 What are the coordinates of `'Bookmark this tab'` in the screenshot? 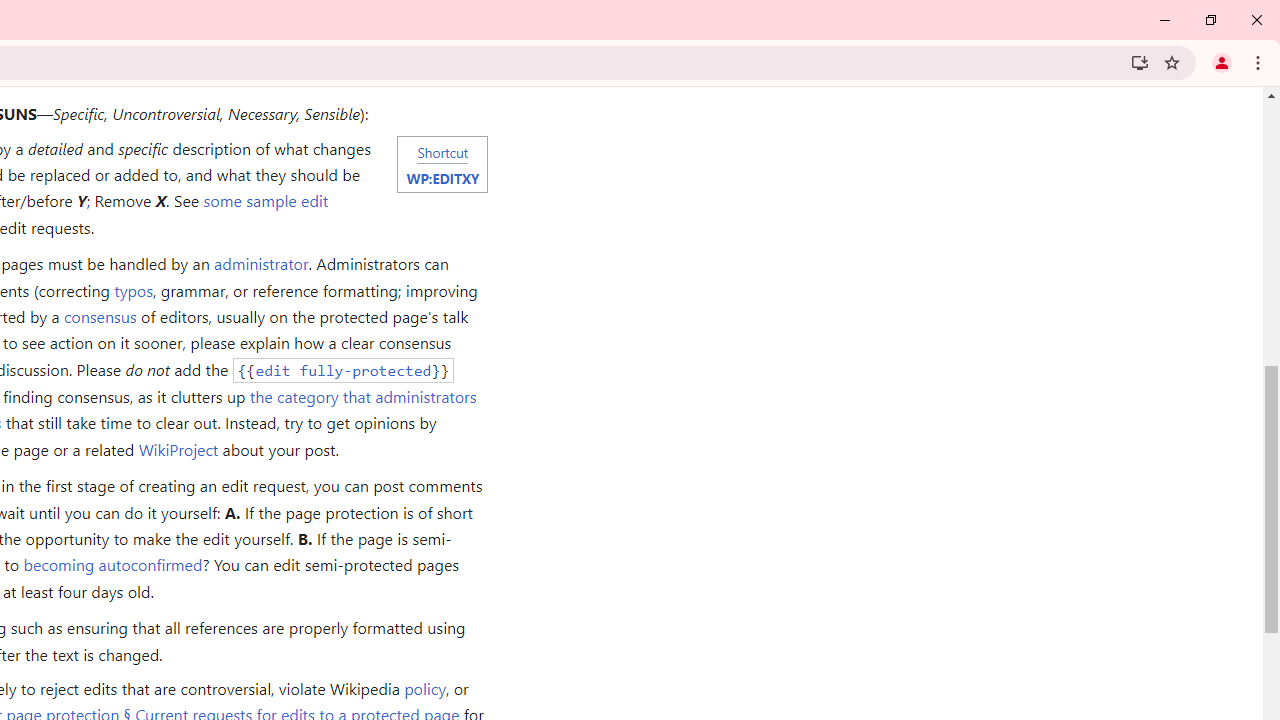 It's located at (1171, 61).